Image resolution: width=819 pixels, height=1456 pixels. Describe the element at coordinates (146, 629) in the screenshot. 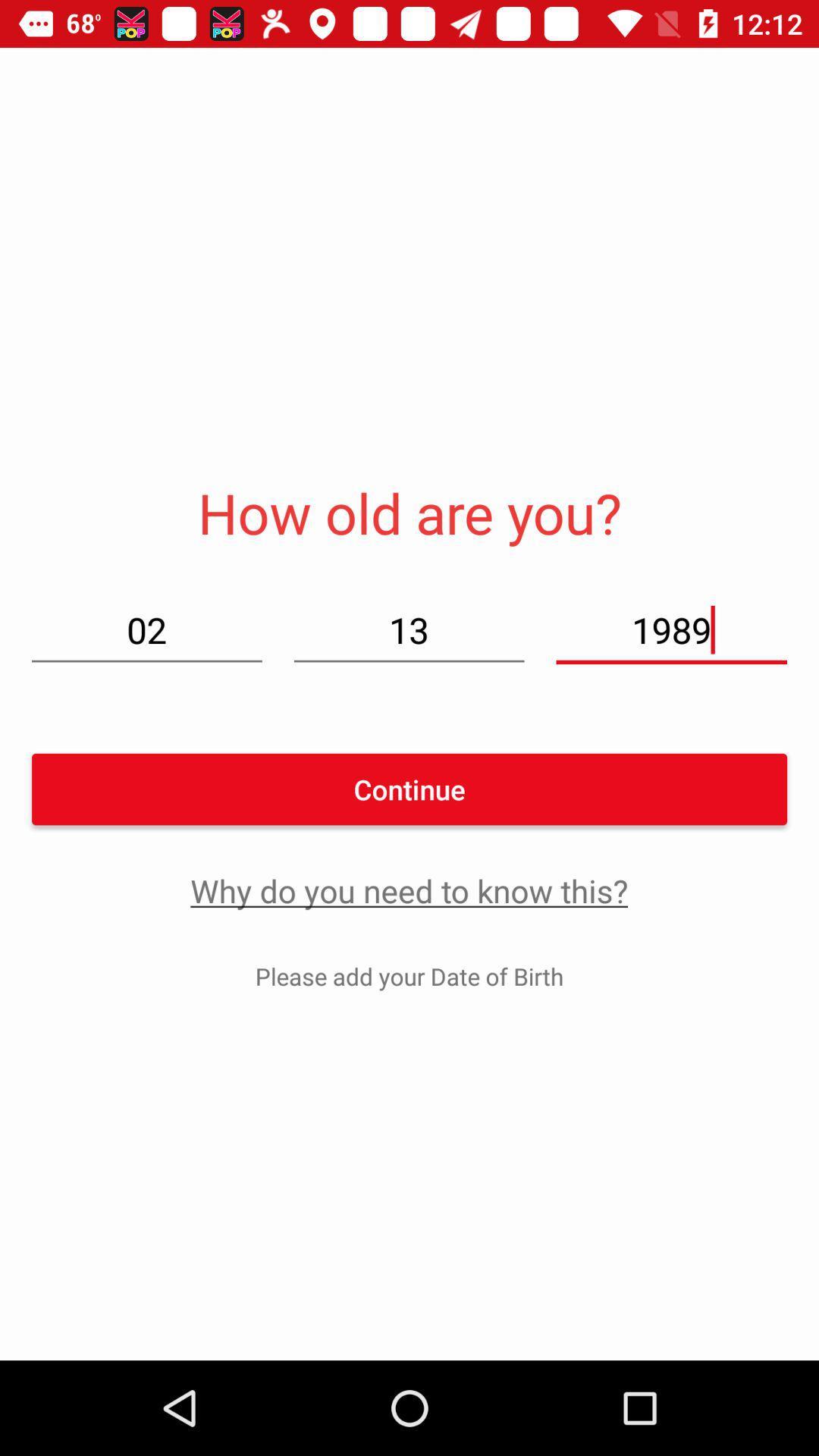

I see `item to the left of the 13` at that location.